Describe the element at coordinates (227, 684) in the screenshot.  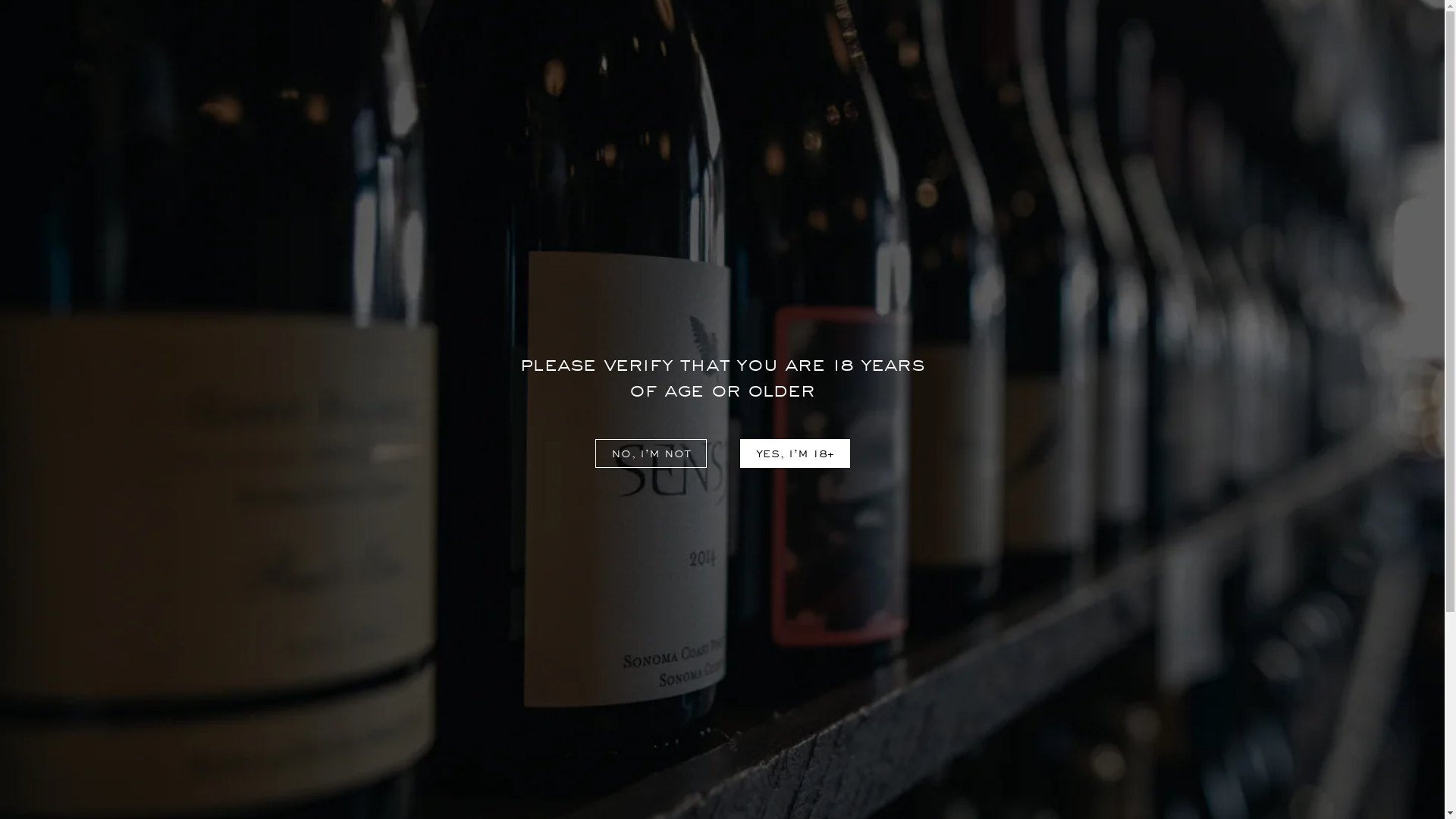
I see `'Privacy Policy'` at that location.